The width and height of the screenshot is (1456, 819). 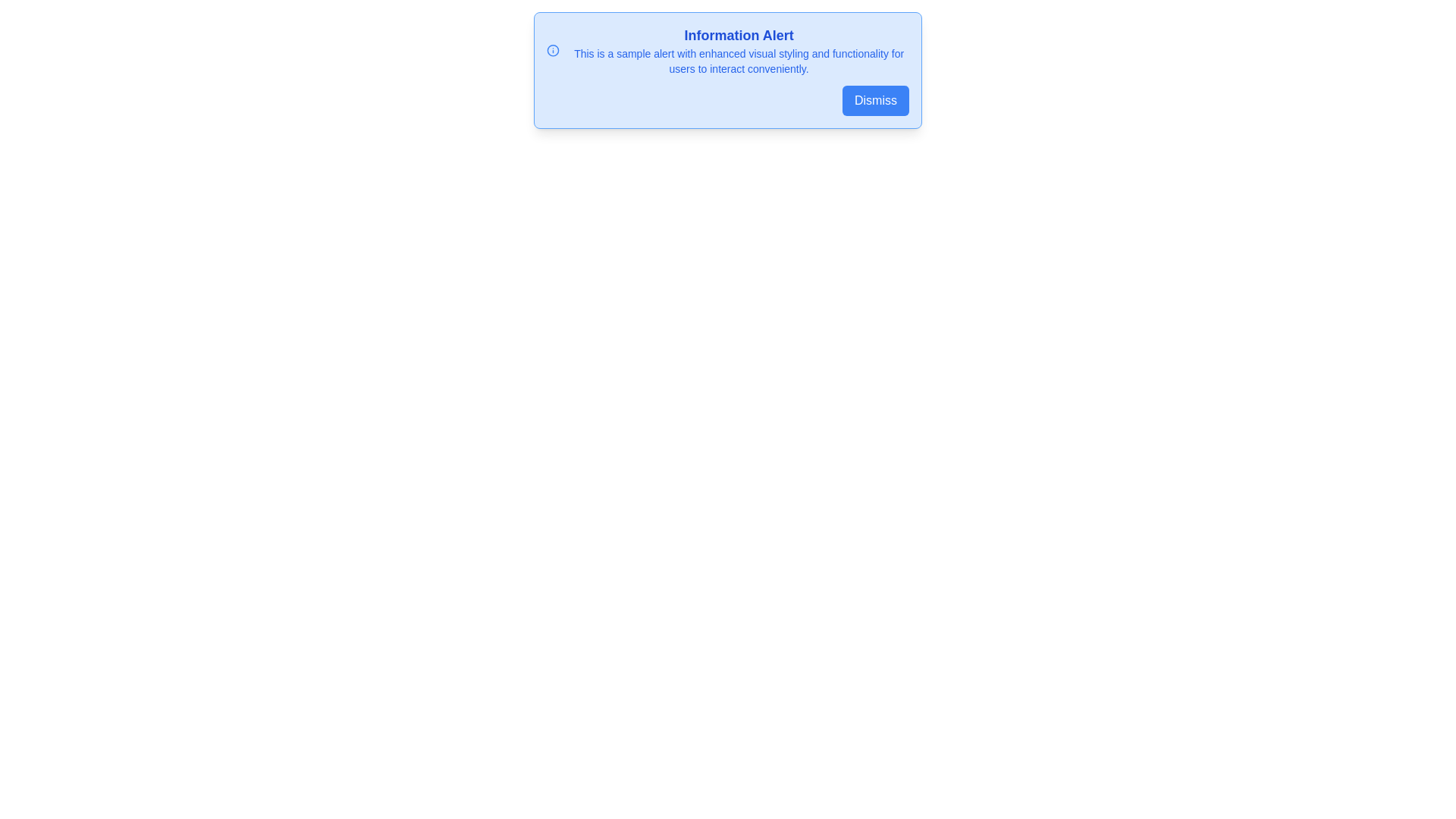 What do you see at coordinates (739, 61) in the screenshot?
I see `the text element displaying the message 'This is a sample alert with enhanced visual styling and functionality for users to interact conveniently.' located within the alert box` at bounding box center [739, 61].